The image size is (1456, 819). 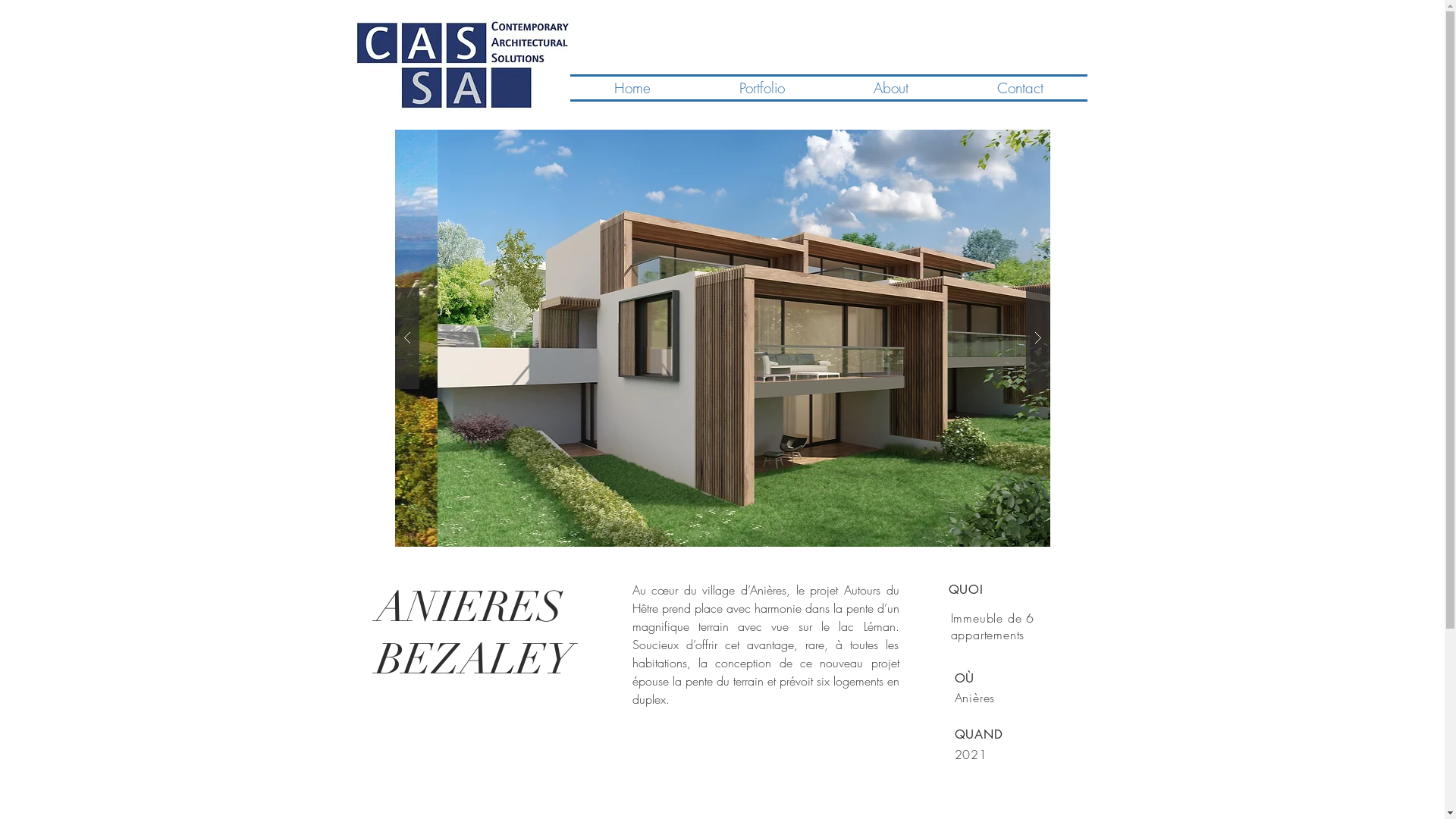 What do you see at coordinates (632, 87) in the screenshot?
I see `'Home'` at bounding box center [632, 87].